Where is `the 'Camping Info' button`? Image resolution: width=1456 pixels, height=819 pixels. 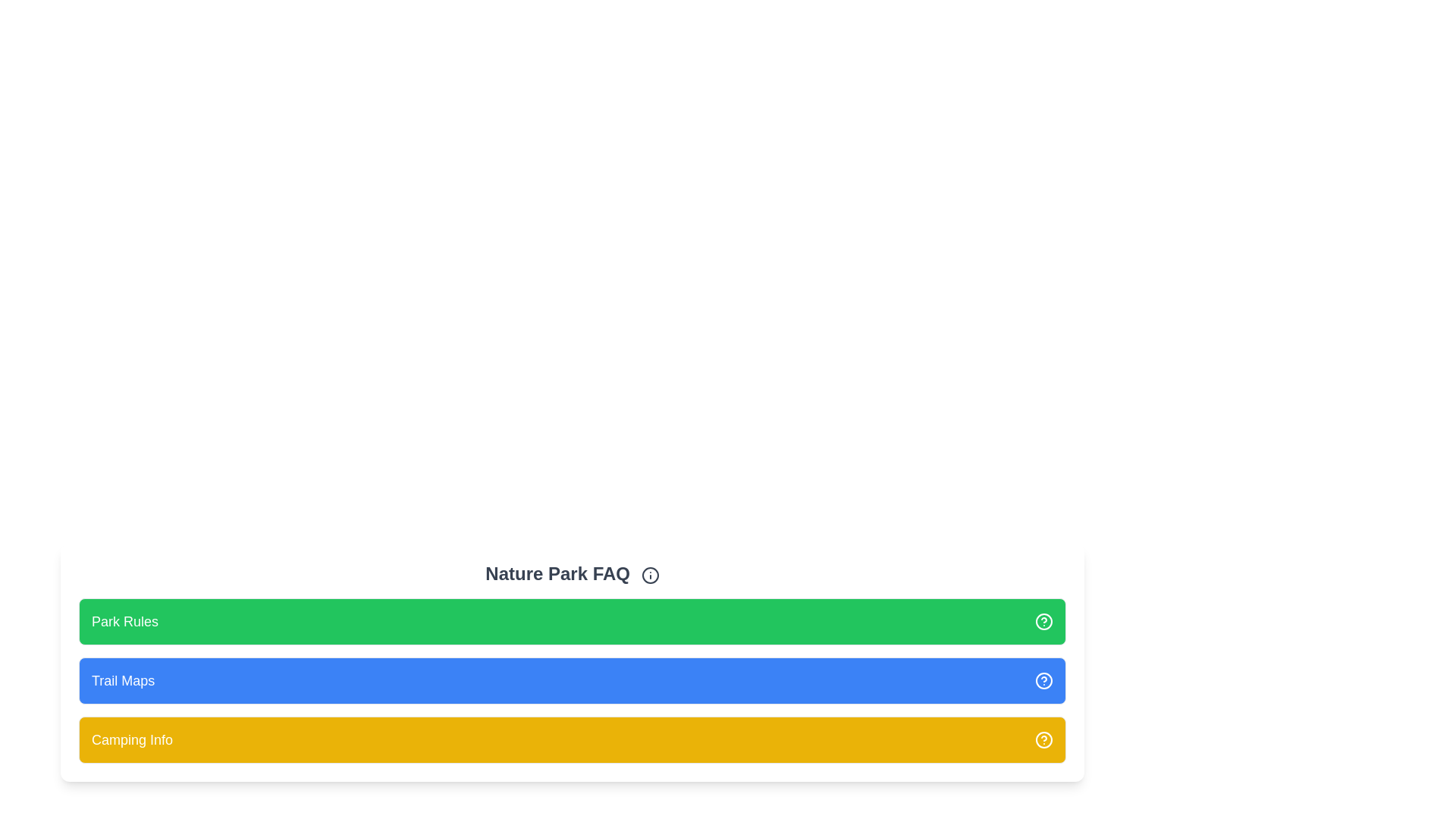
the 'Camping Info' button is located at coordinates (571, 739).